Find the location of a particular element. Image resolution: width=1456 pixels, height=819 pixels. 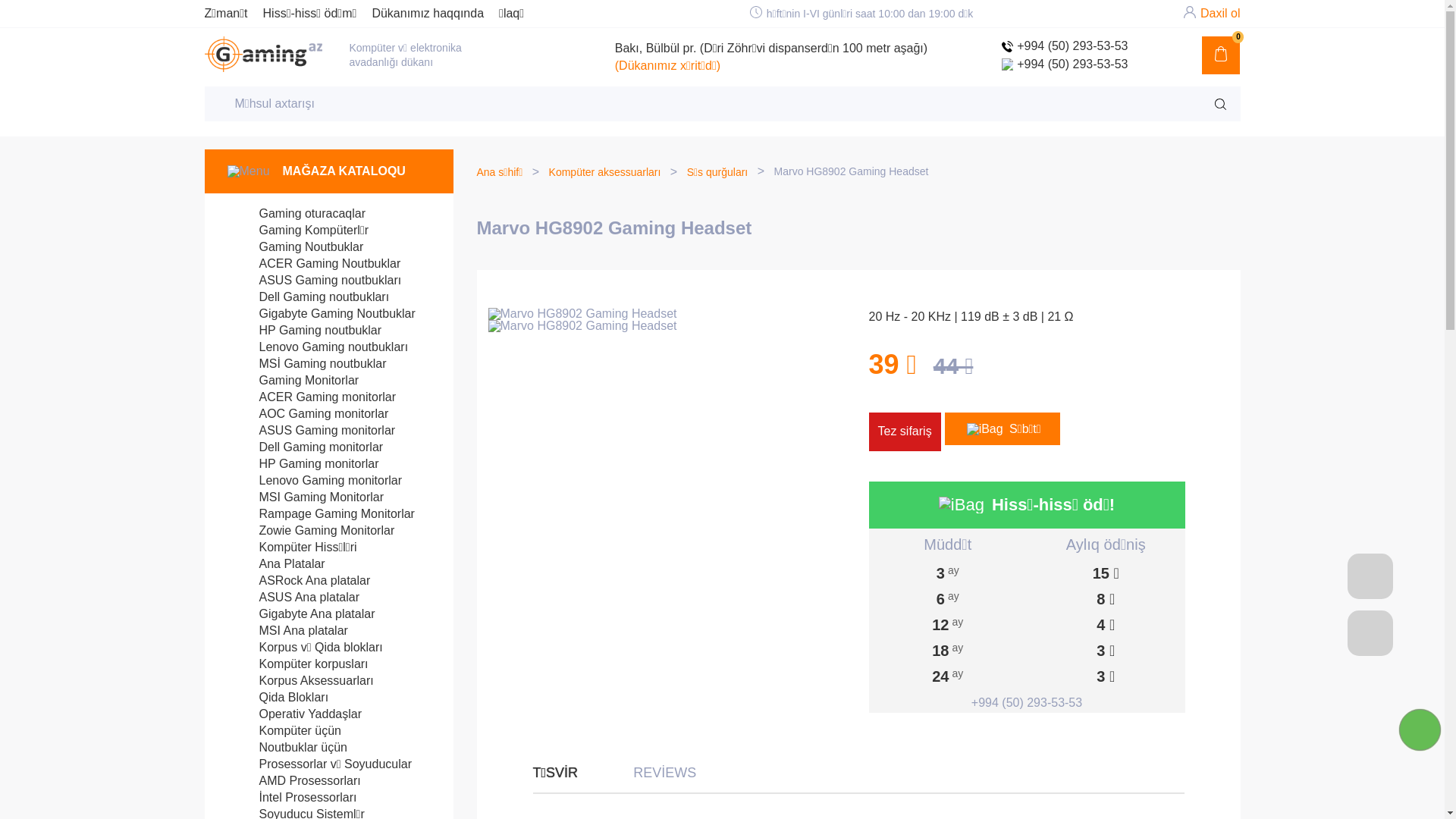

'Lenovo Gaming monitorlar' is located at coordinates (314, 480).